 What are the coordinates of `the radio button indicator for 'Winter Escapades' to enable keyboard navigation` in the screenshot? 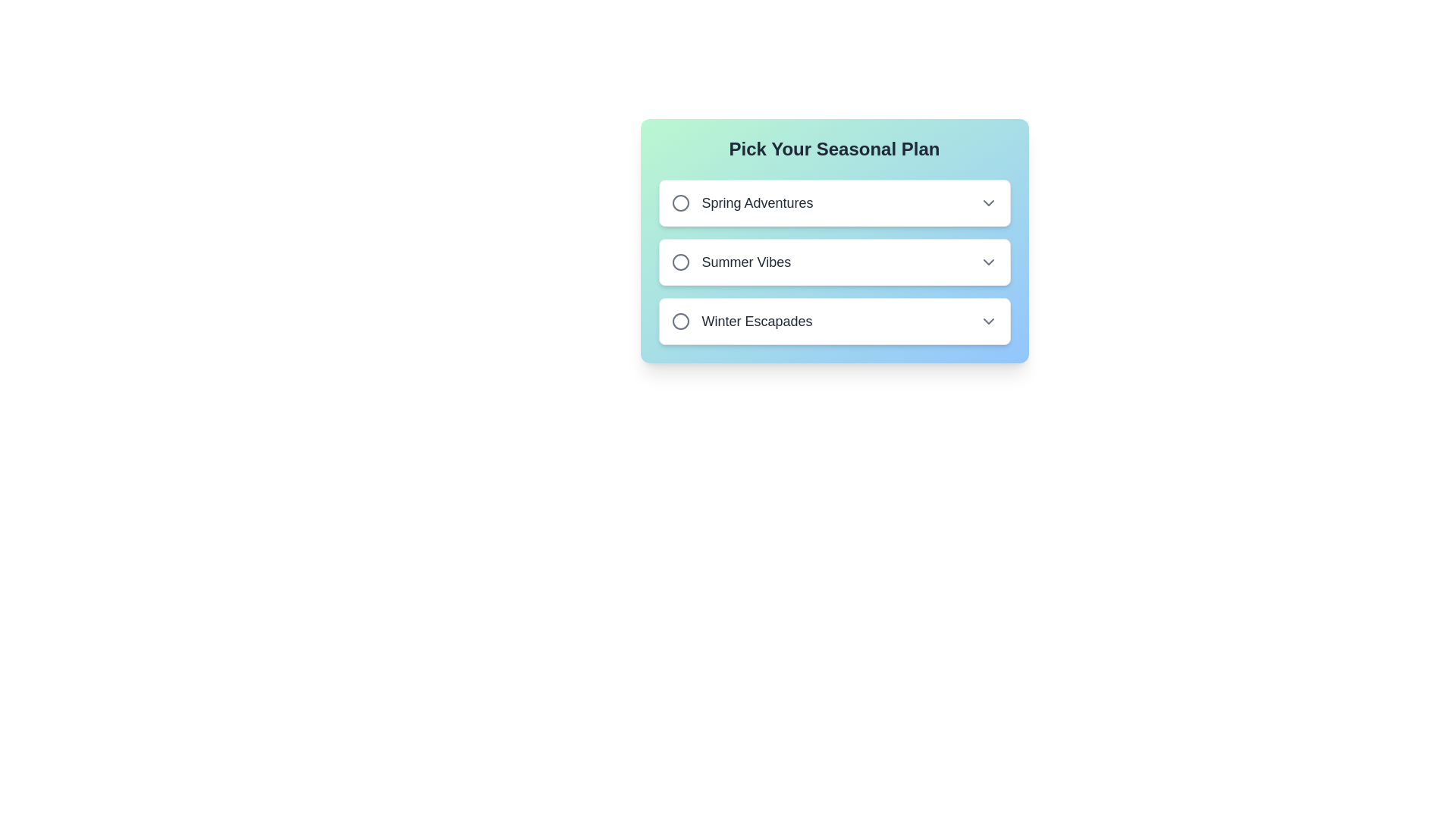 It's located at (679, 321).